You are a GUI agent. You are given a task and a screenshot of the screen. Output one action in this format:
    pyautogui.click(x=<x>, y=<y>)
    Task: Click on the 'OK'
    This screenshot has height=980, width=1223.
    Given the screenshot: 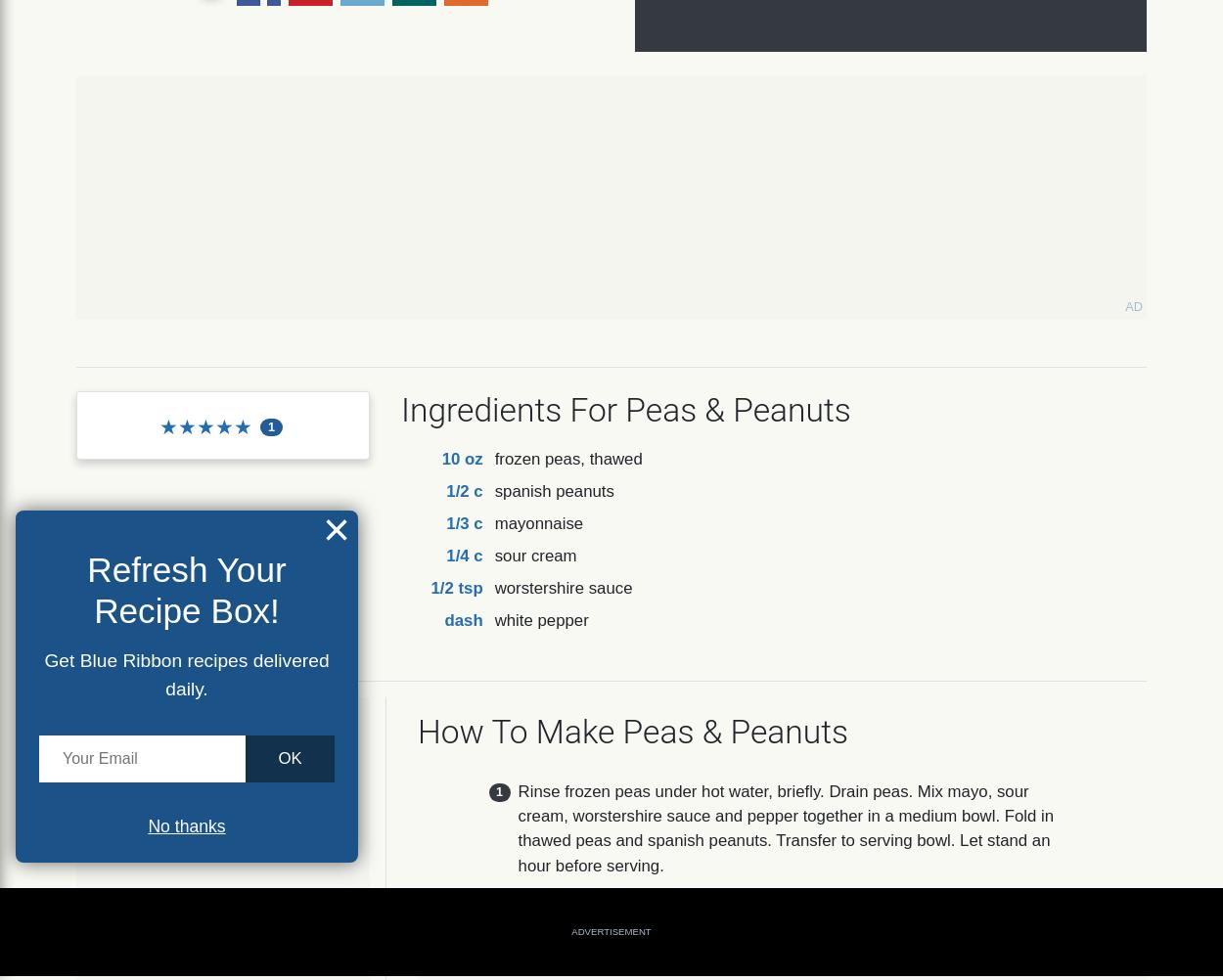 What is the action you would take?
    pyautogui.click(x=290, y=757)
    